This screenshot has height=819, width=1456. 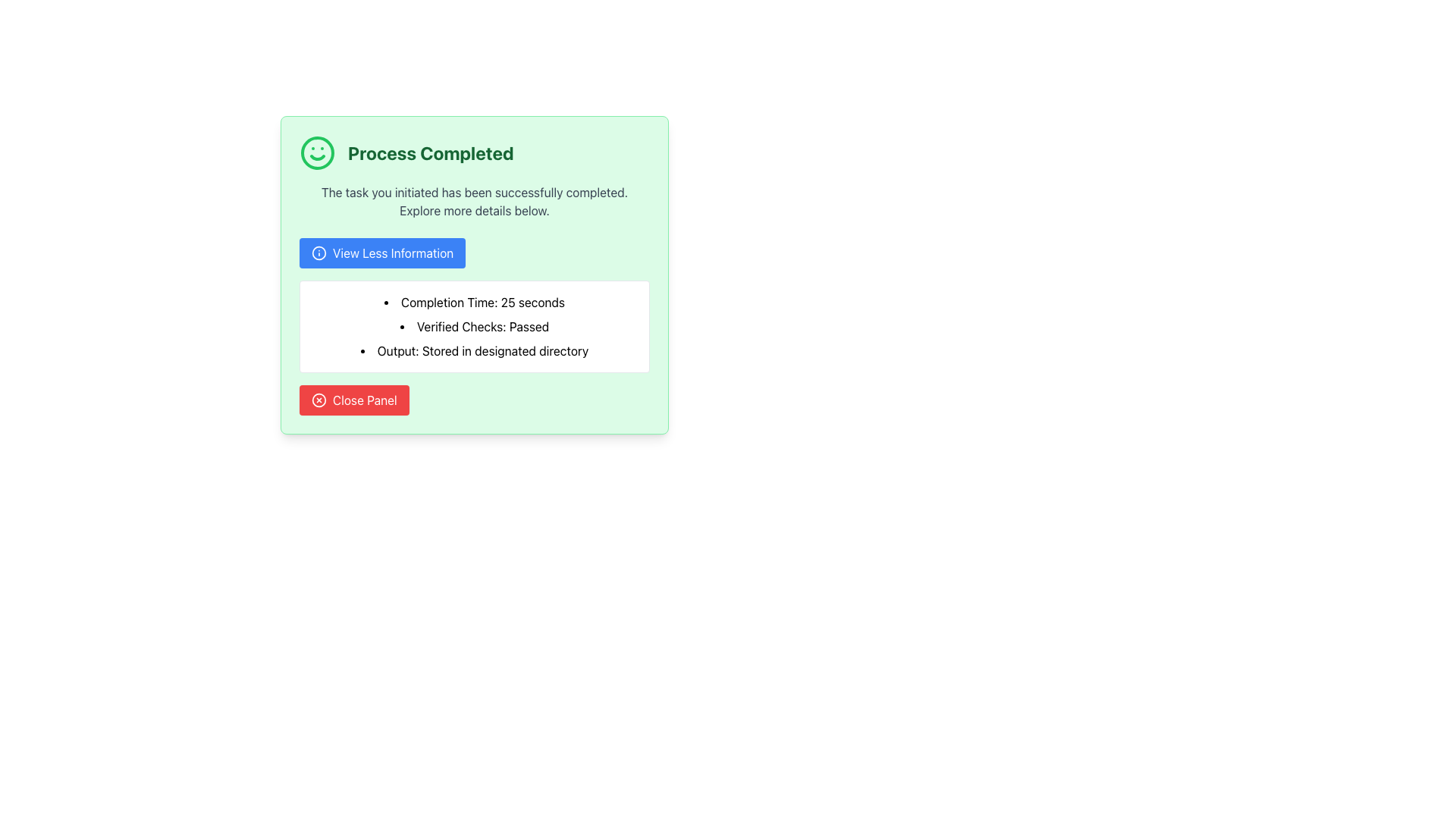 I want to click on the circular graphical element centered within the green smiley icon at the top-left corner of the 'Process Completed' panel, so click(x=316, y=152).